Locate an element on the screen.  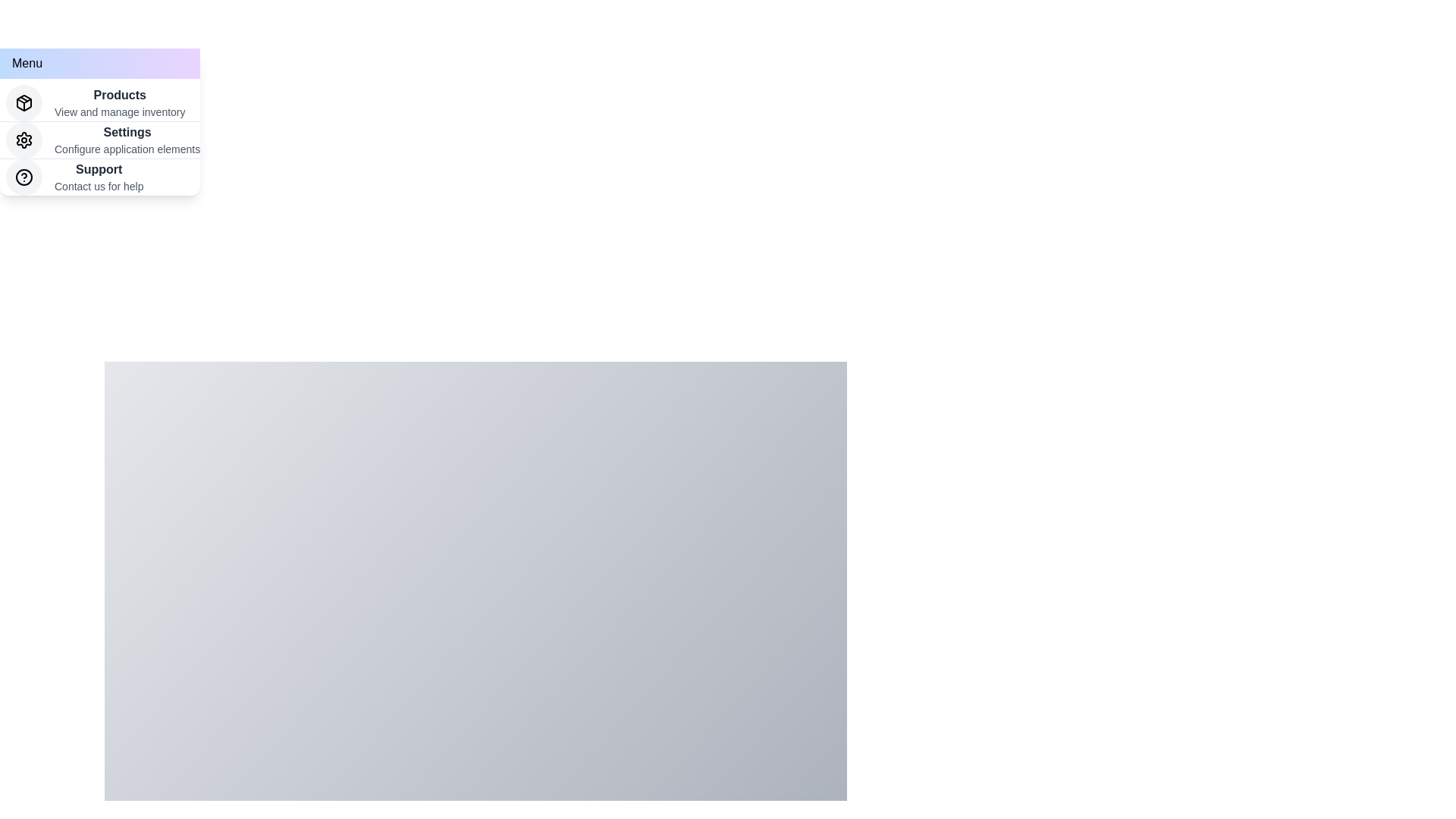
the 'Support' menu item is located at coordinates (98, 169).